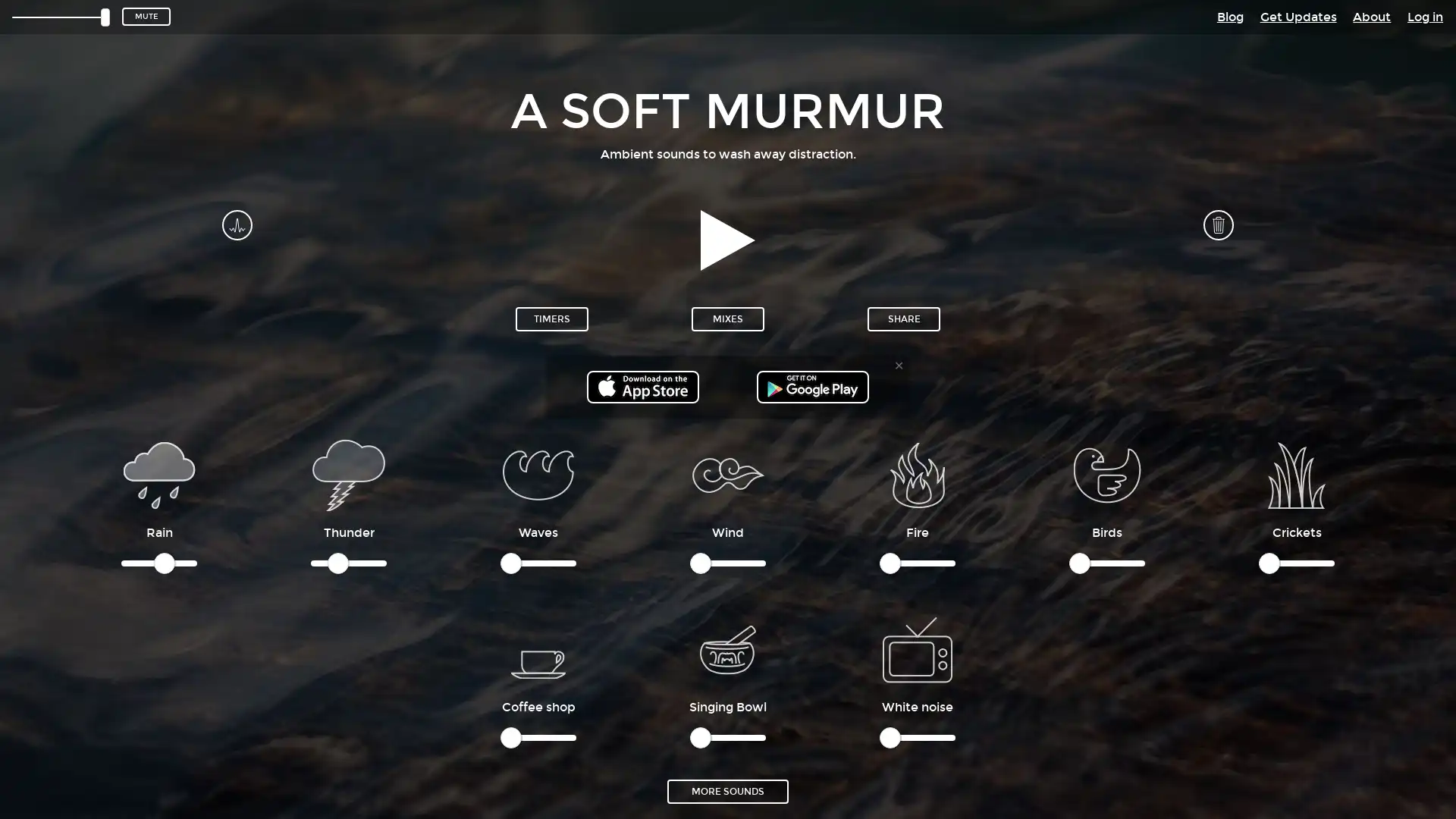  What do you see at coordinates (159, 473) in the screenshot?
I see `Loading icon` at bounding box center [159, 473].